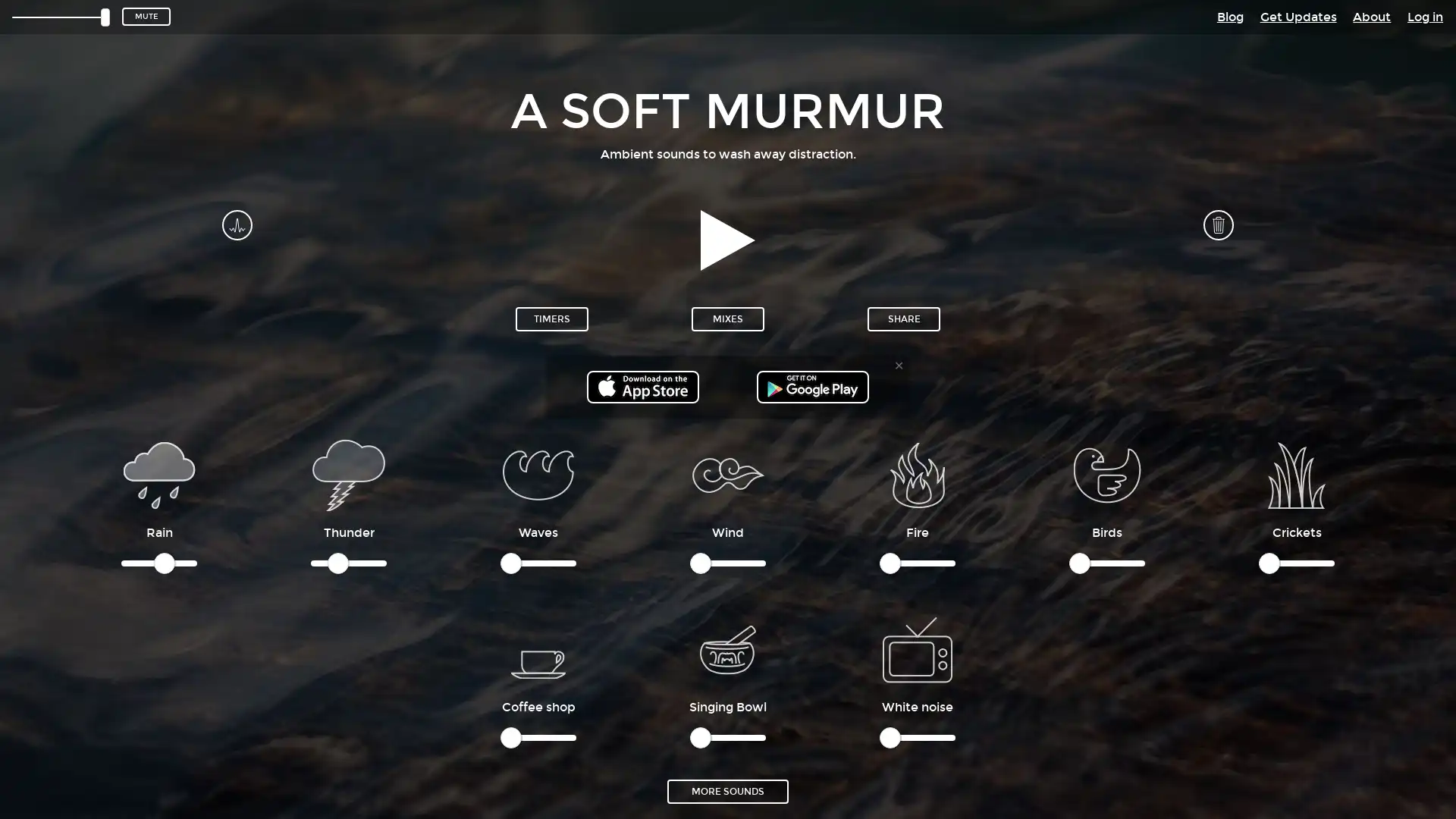  What do you see at coordinates (159, 473) in the screenshot?
I see `Loading icon` at bounding box center [159, 473].